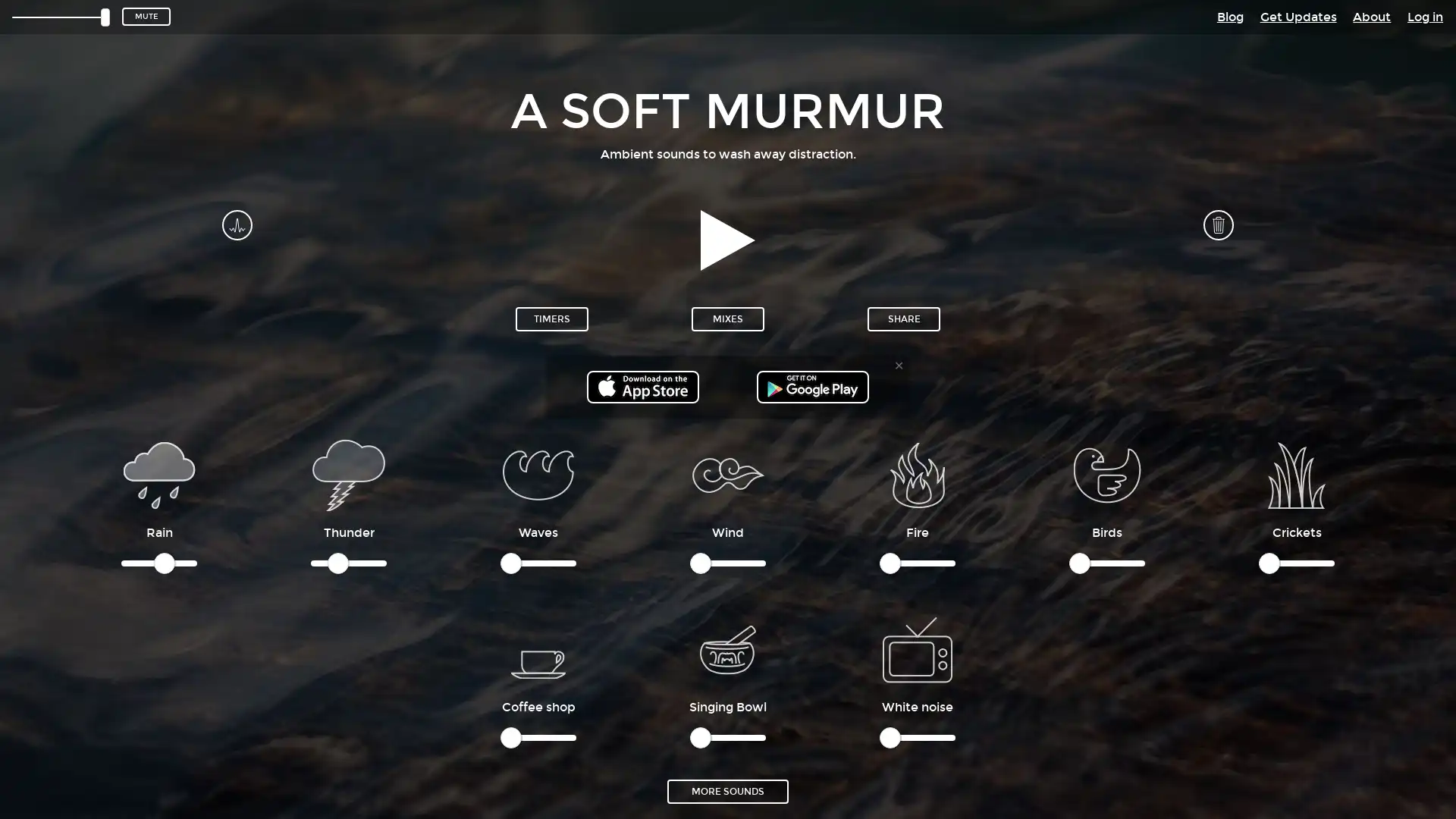  What do you see at coordinates (159, 473) in the screenshot?
I see `Loading icon` at bounding box center [159, 473].